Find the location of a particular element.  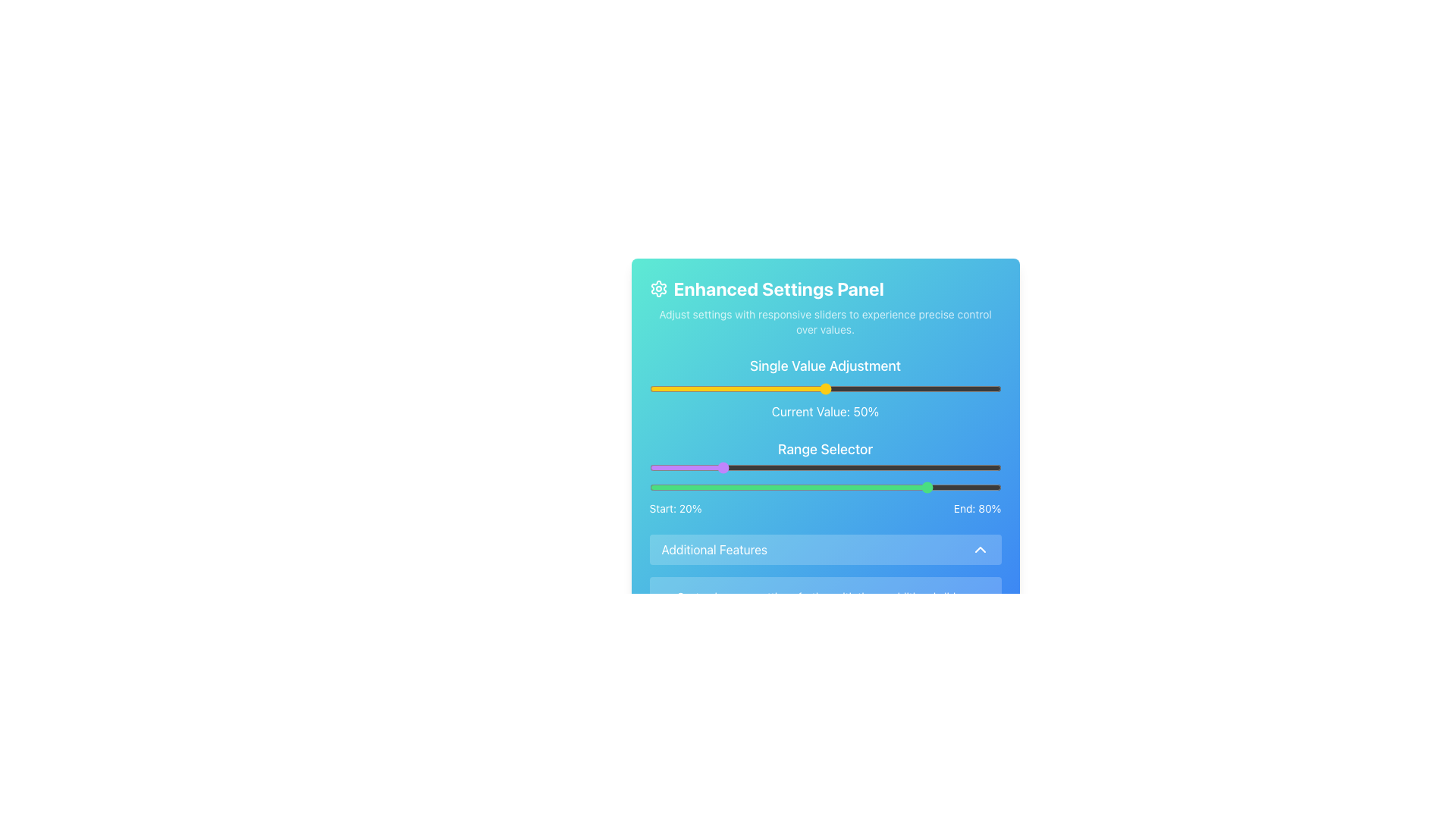

the slider is located at coordinates (761, 488).